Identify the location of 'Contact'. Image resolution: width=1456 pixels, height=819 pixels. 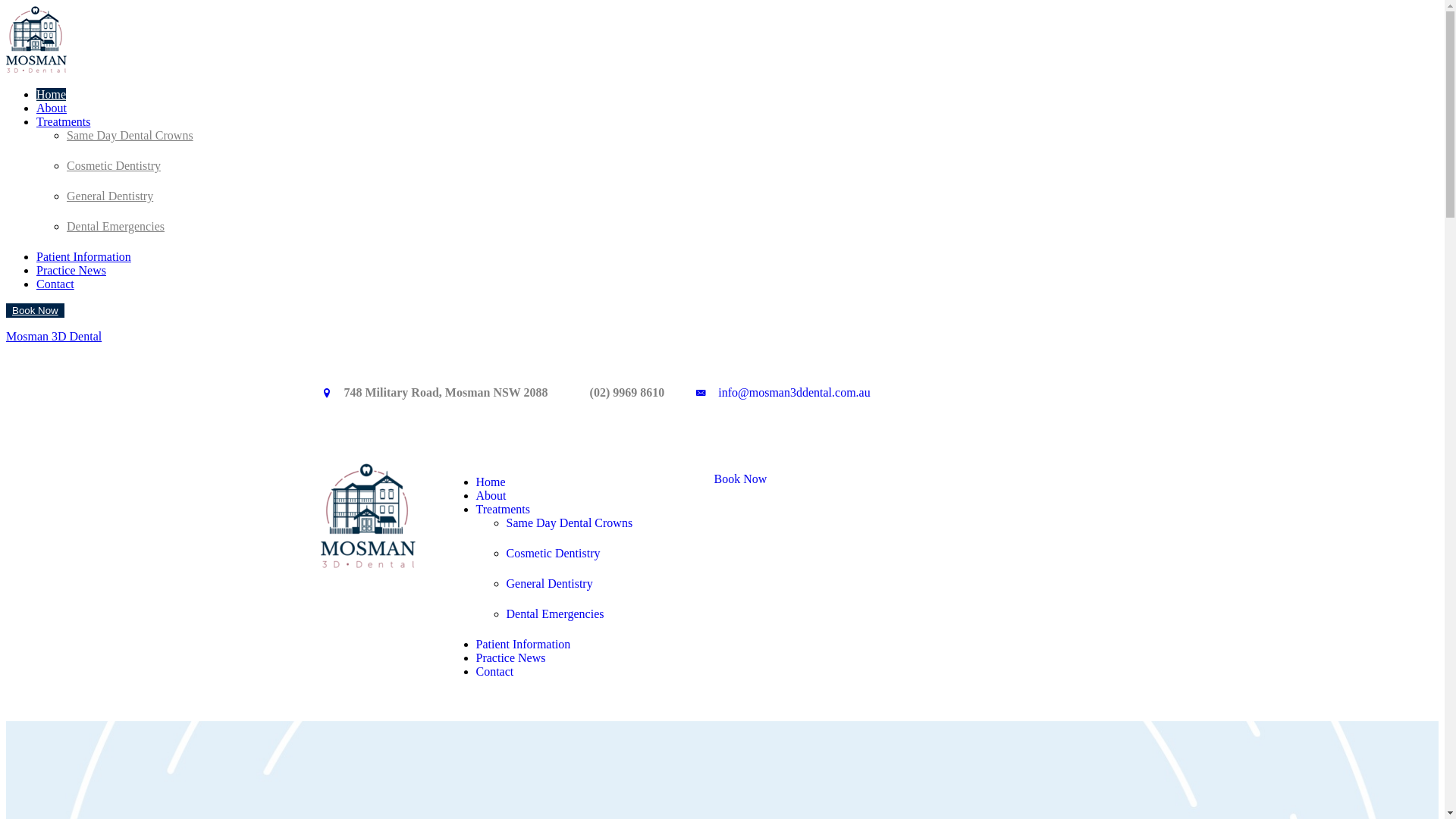
(55, 284).